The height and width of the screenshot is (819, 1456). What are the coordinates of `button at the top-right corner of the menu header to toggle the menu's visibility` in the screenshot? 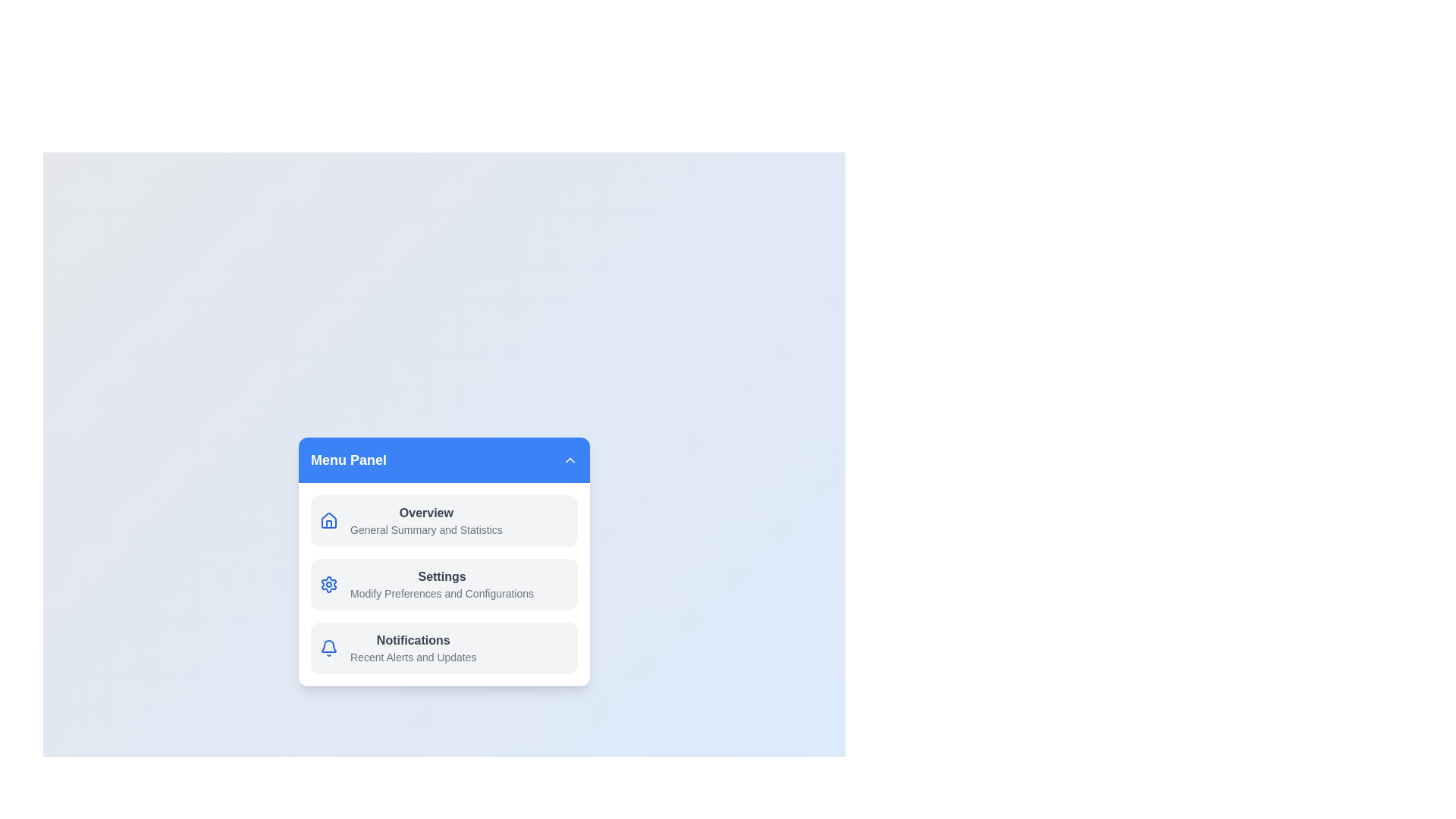 It's located at (570, 459).